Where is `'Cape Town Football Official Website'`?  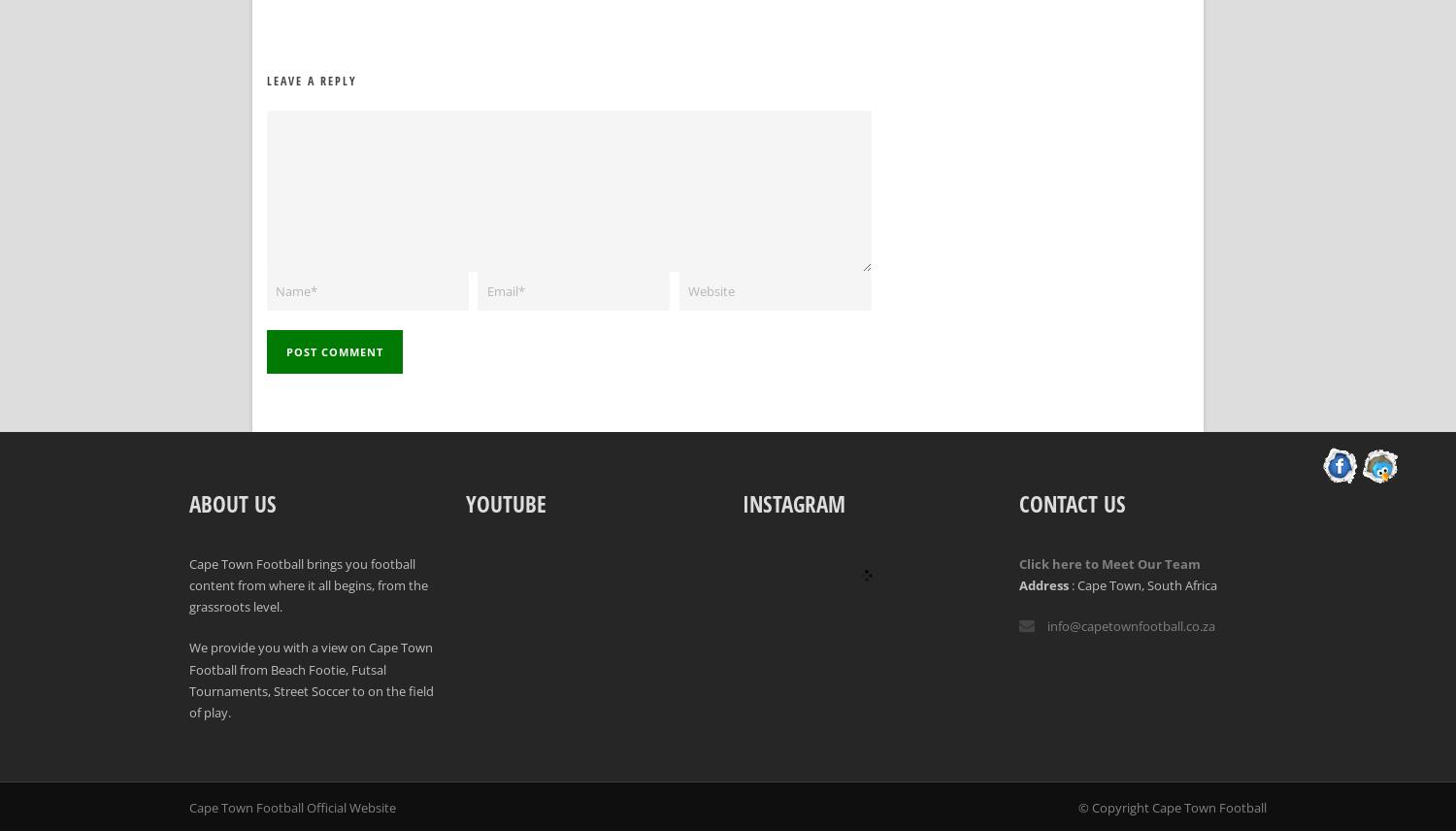 'Cape Town Football Official Website' is located at coordinates (292, 806).